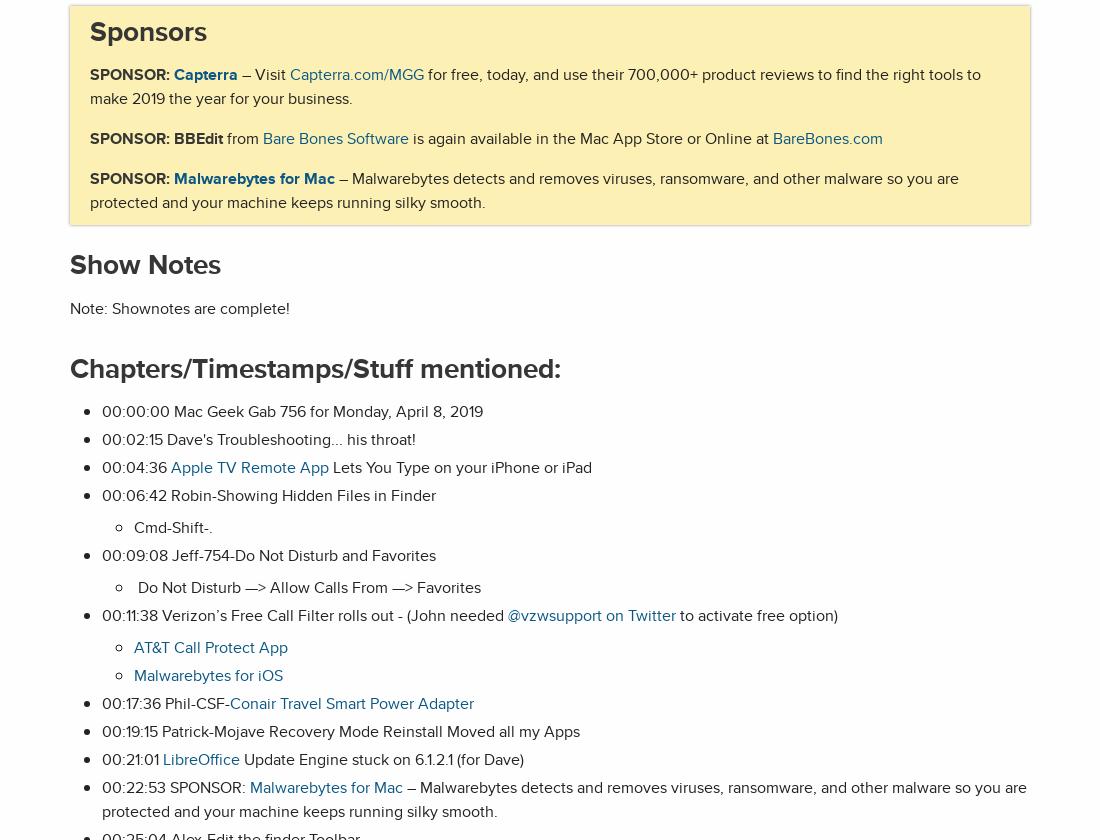 The width and height of the screenshot is (1100, 840). What do you see at coordinates (408, 138) in the screenshot?
I see `'is again available in the Mac App Store or Online at'` at bounding box center [408, 138].